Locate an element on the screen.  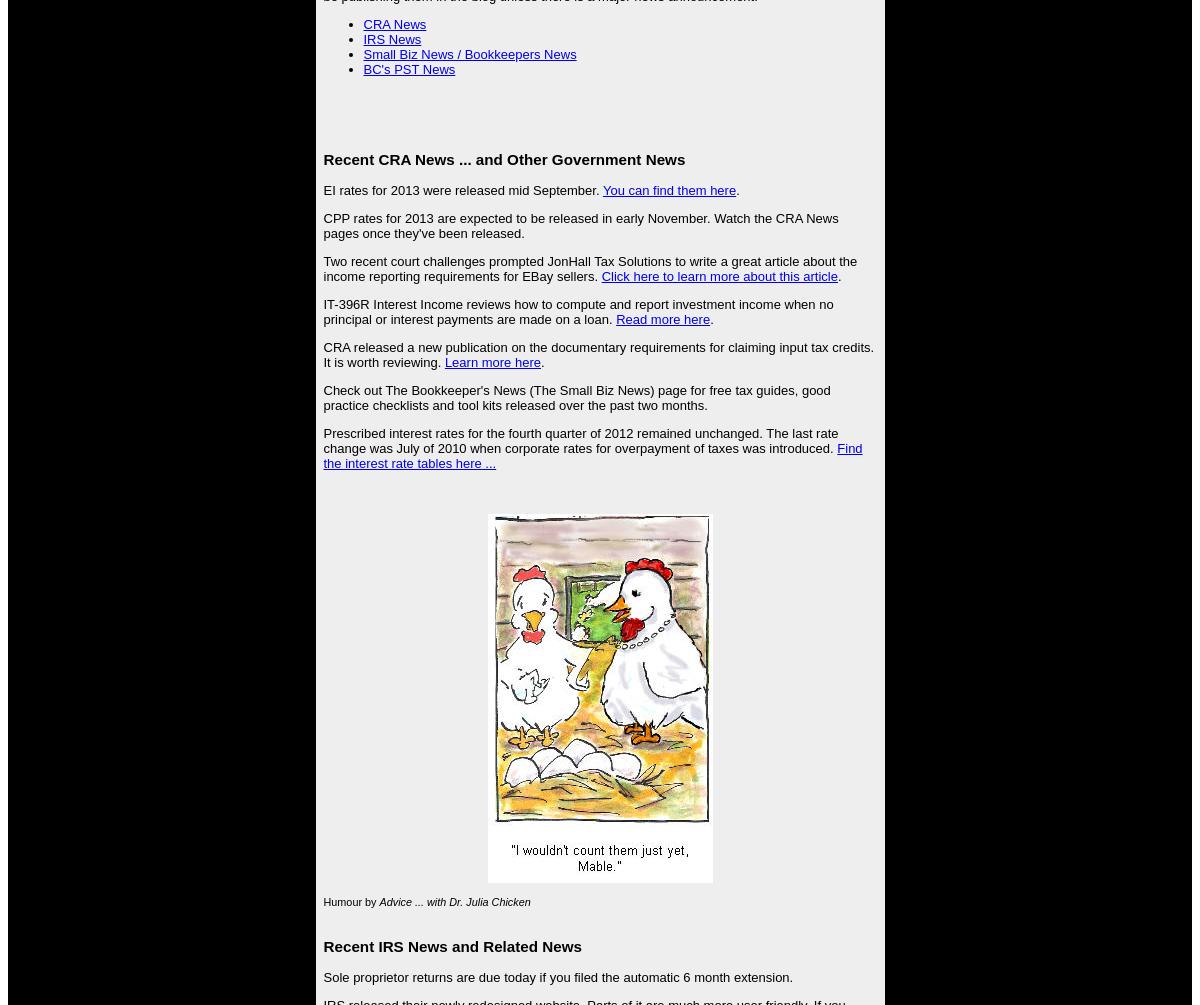
'Prescribed interest rates for the fourth quarter of 2012 remained unchanged. The last rate change was July of 2010 when corporate rates for overpayment of taxes was introduced.' is located at coordinates (579, 439).